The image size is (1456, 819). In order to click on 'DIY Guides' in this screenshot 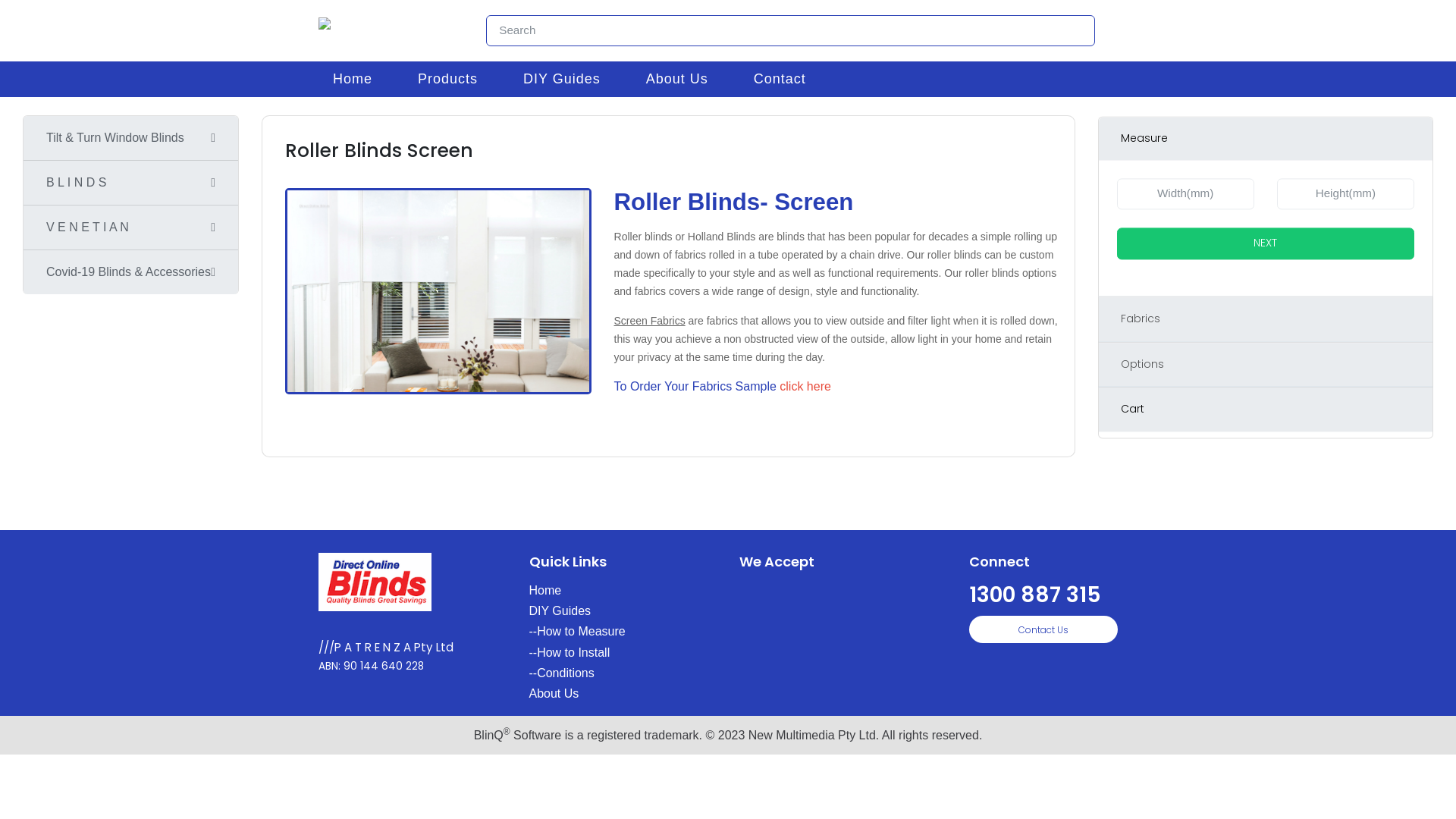, I will do `click(560, 79)`.